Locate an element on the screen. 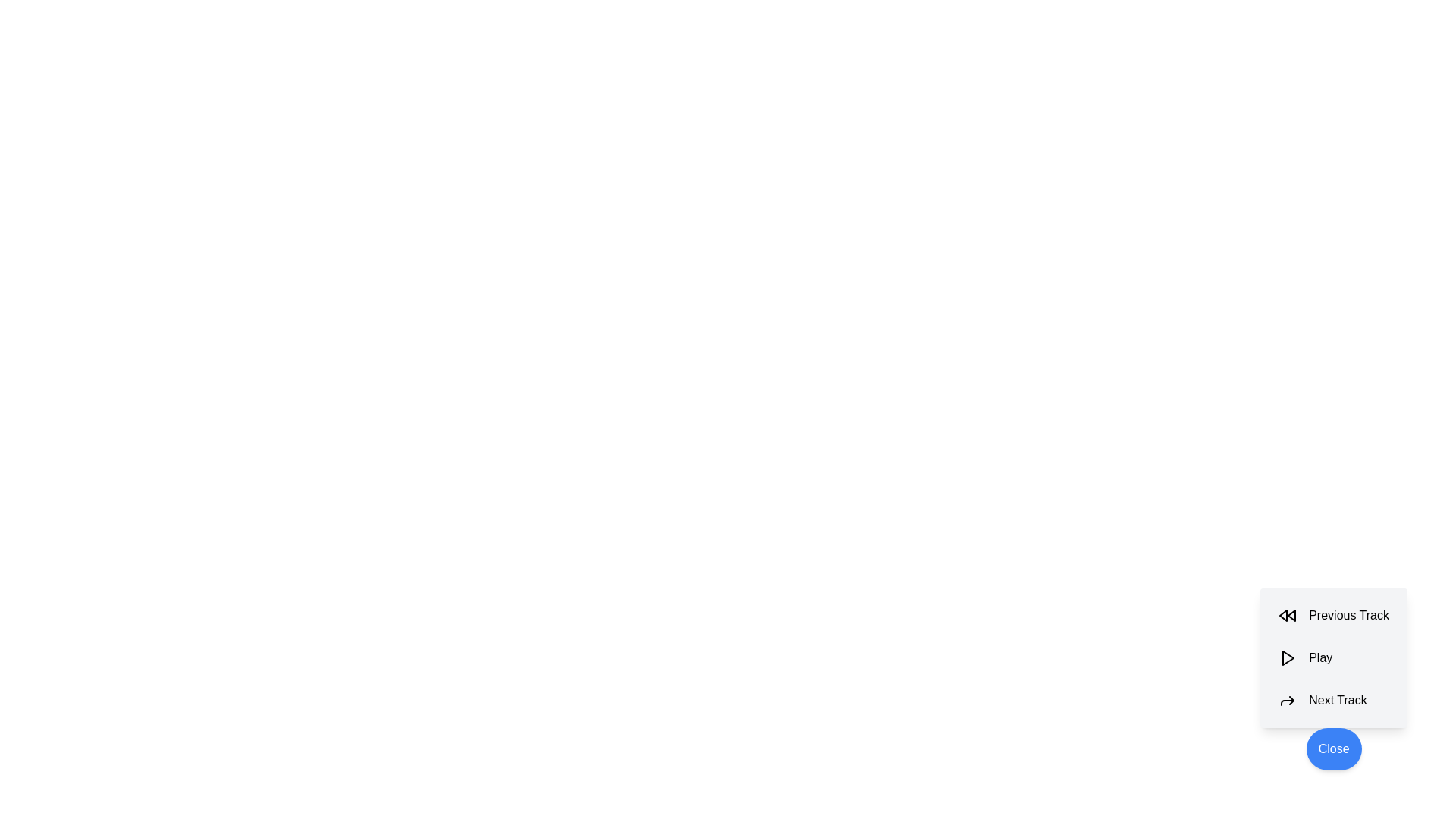 This screenshot has width=1456, height=819. the left triangular part of the rewind icon representing the previous track feature, located near the top-left corner of the 'Previous Track' button is located at coordinates (1282, 616).